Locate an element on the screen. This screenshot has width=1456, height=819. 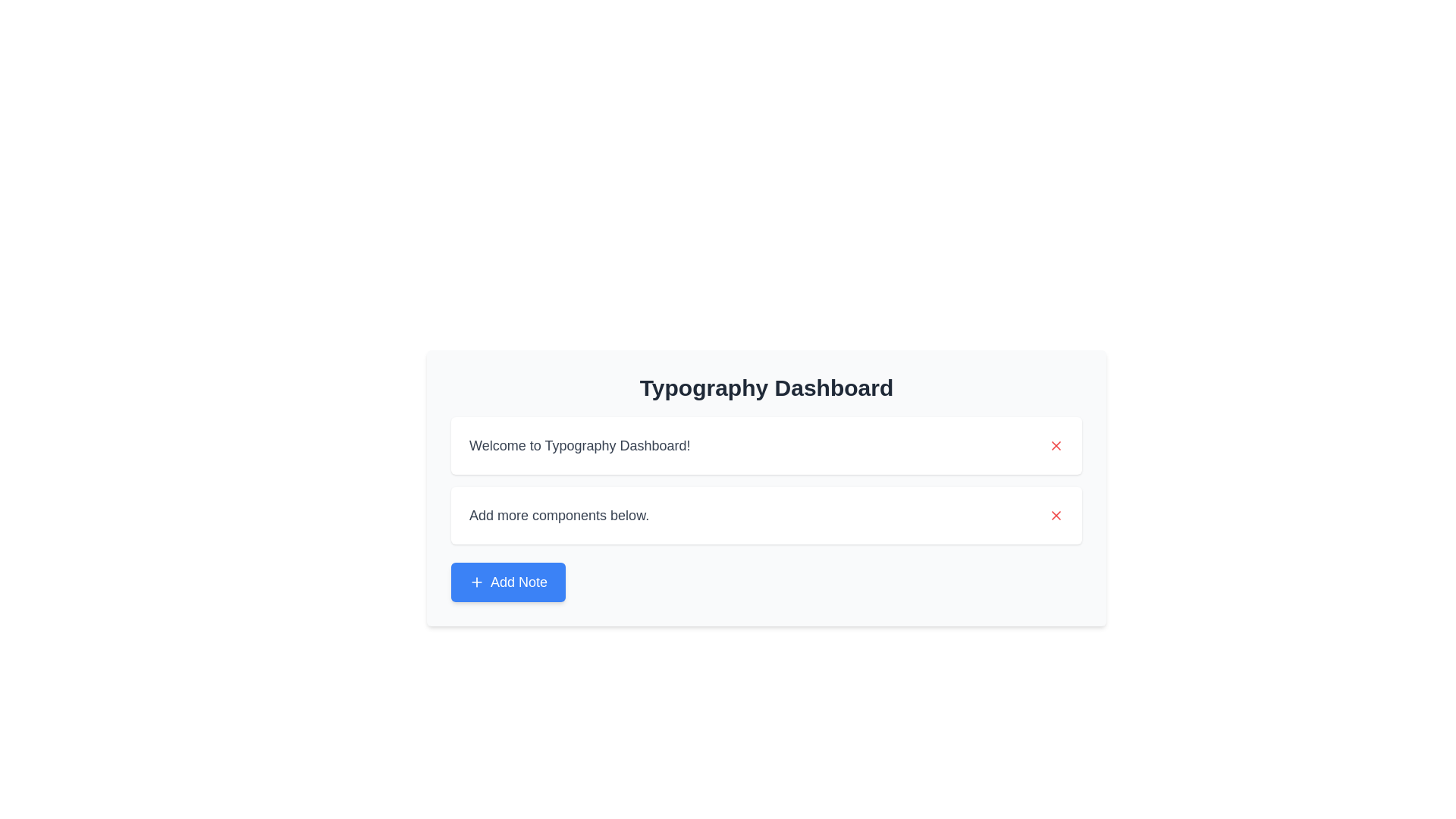
the small red cross icon, which is a minimalistic Close icon located to the right of the second text box labeled 'Add more components below.' is located at coordinates (1055, 514).